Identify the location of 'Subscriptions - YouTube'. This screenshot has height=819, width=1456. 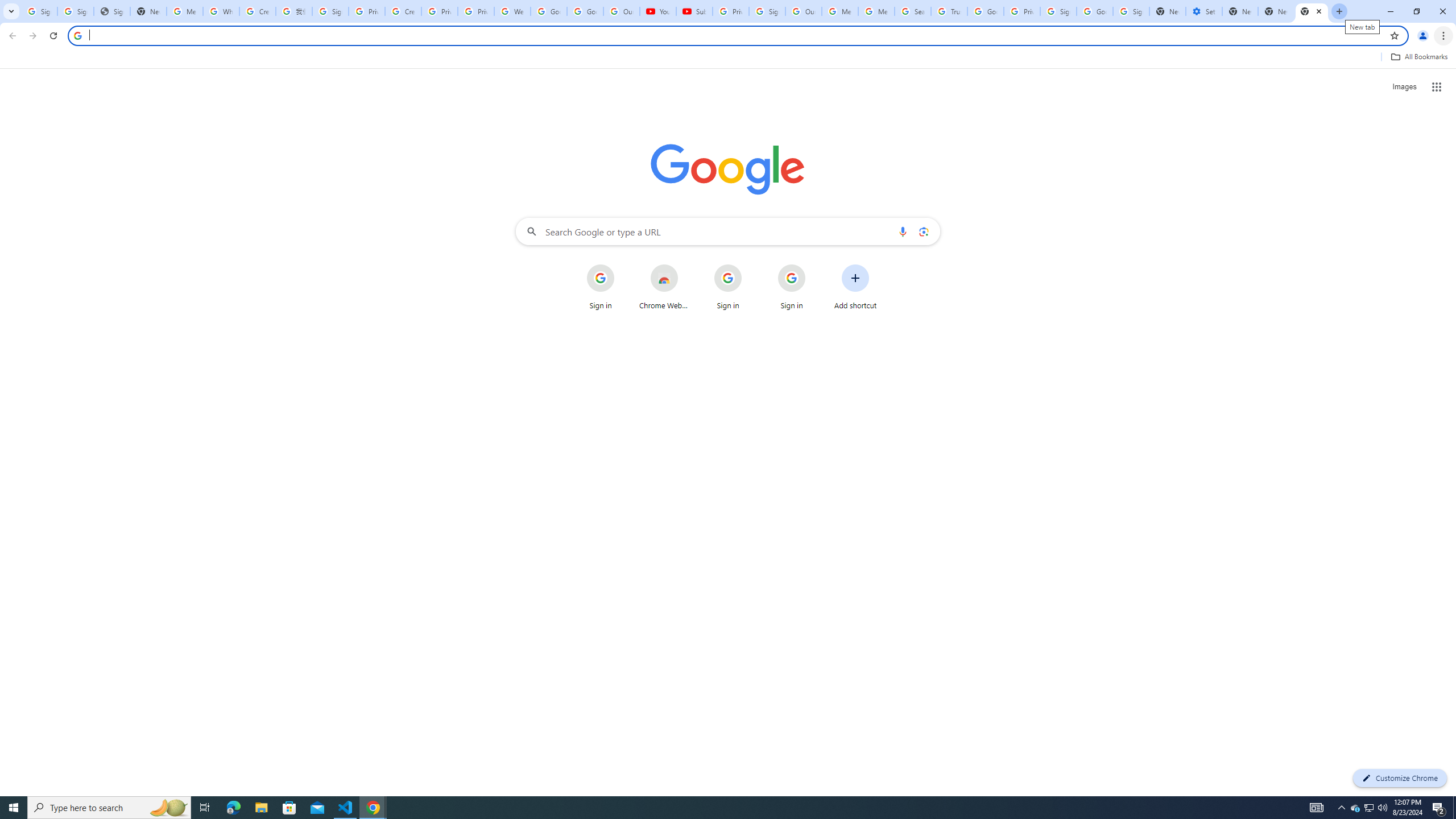
(694, 11).